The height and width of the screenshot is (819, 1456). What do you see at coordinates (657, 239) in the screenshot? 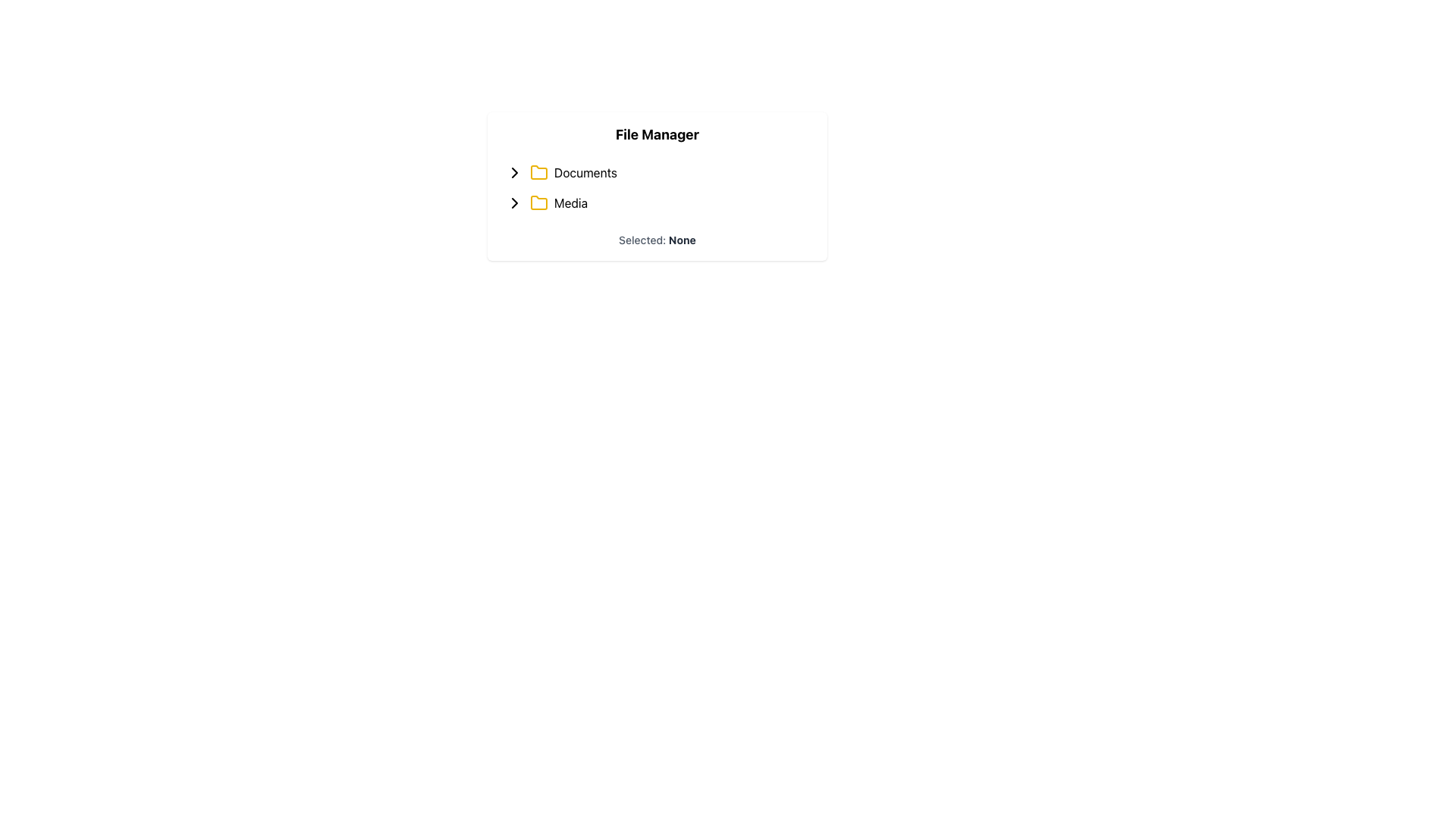
I see `the informational Text Label that indicates the currently selected item, displaying 'Selected:' followed by the value` at bounding box center [657, 239].